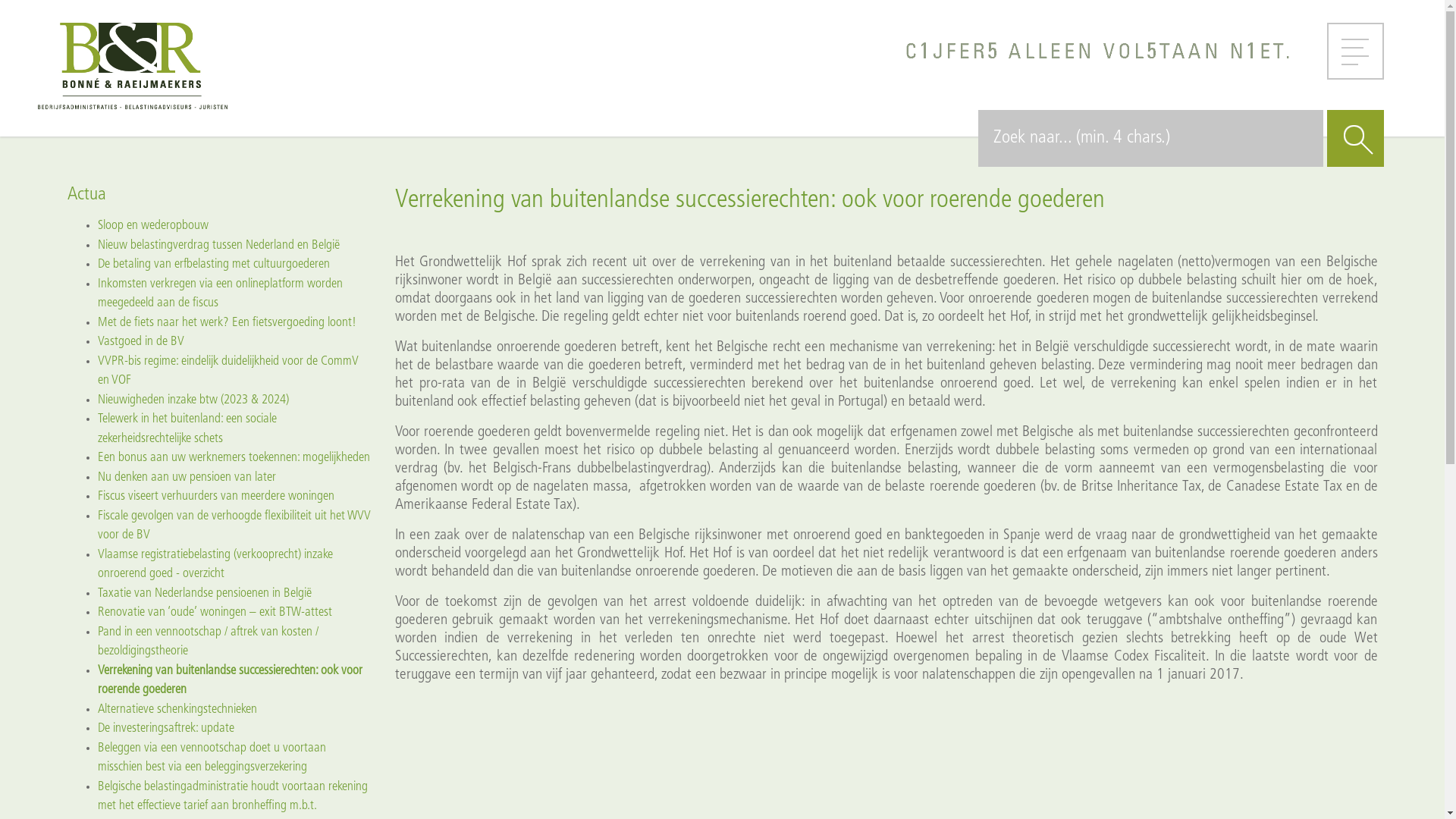 The width and height of the screenshot is (1456, 819). I want to click on 'Nu denken aan uw pensioen van later', so click(185, 475).